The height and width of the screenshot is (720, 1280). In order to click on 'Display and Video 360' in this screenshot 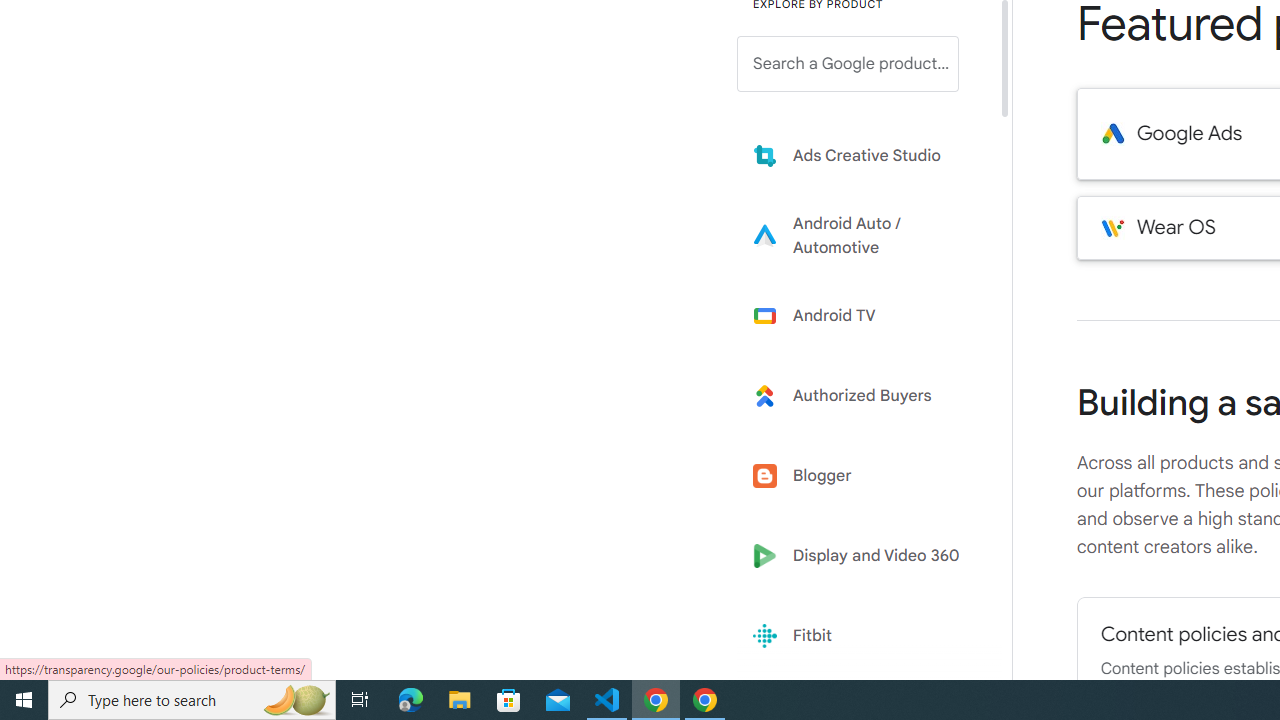, I will do `click(862, 556)`.